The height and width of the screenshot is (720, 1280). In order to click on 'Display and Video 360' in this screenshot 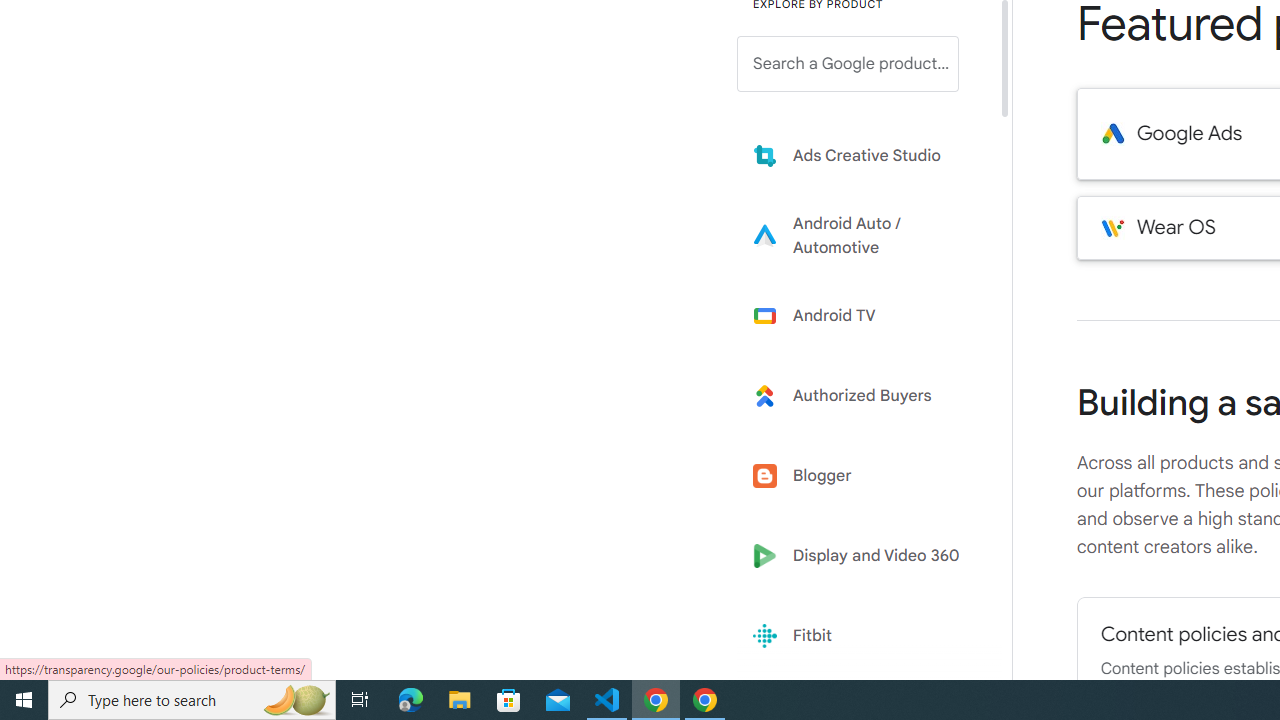, I will do `click(862, 556)`.